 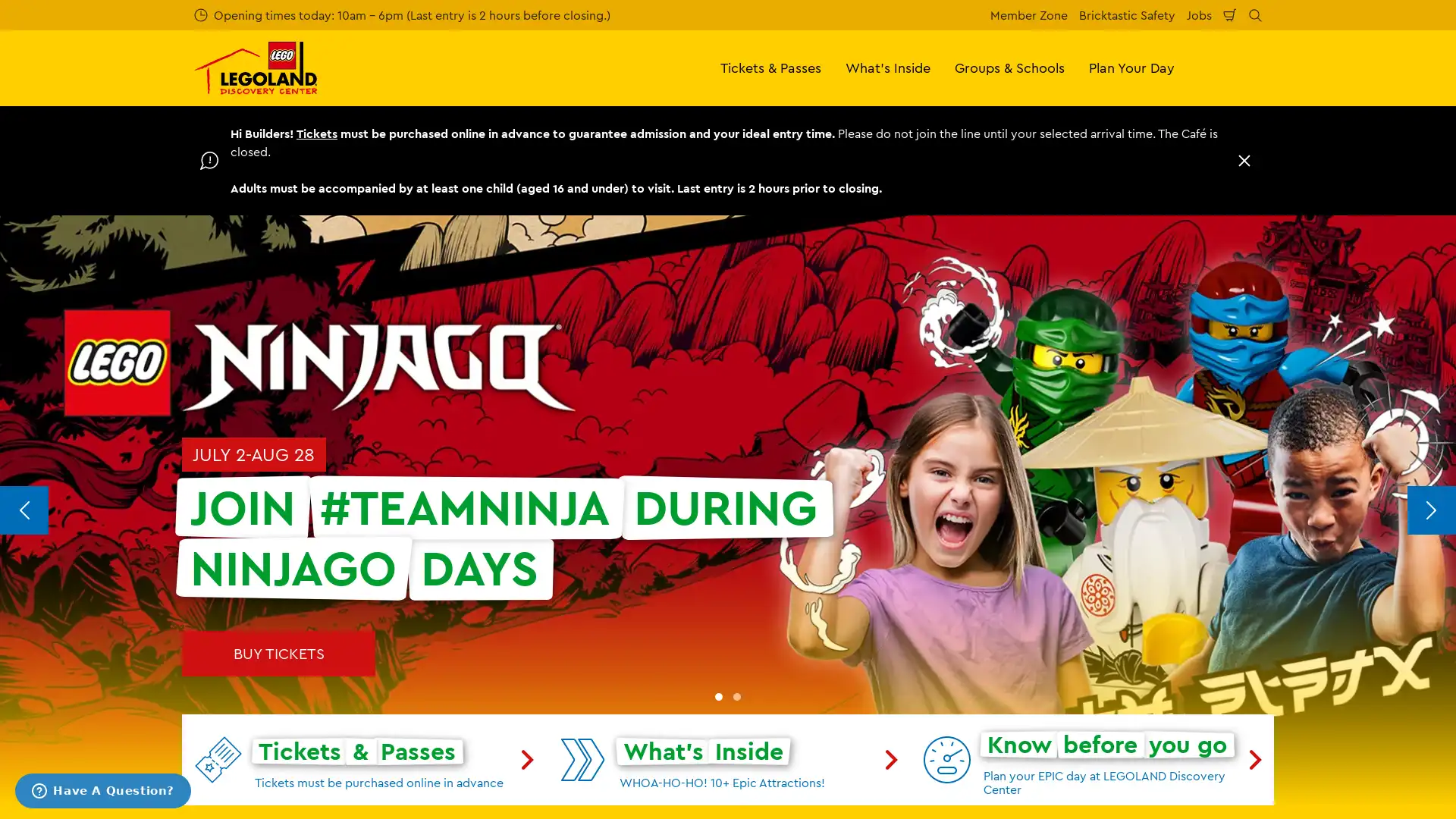 What do you see at coordinates (1131, 67) in the screenshot?
I see `Plan Your Day` at bounding box center [1131, 67].